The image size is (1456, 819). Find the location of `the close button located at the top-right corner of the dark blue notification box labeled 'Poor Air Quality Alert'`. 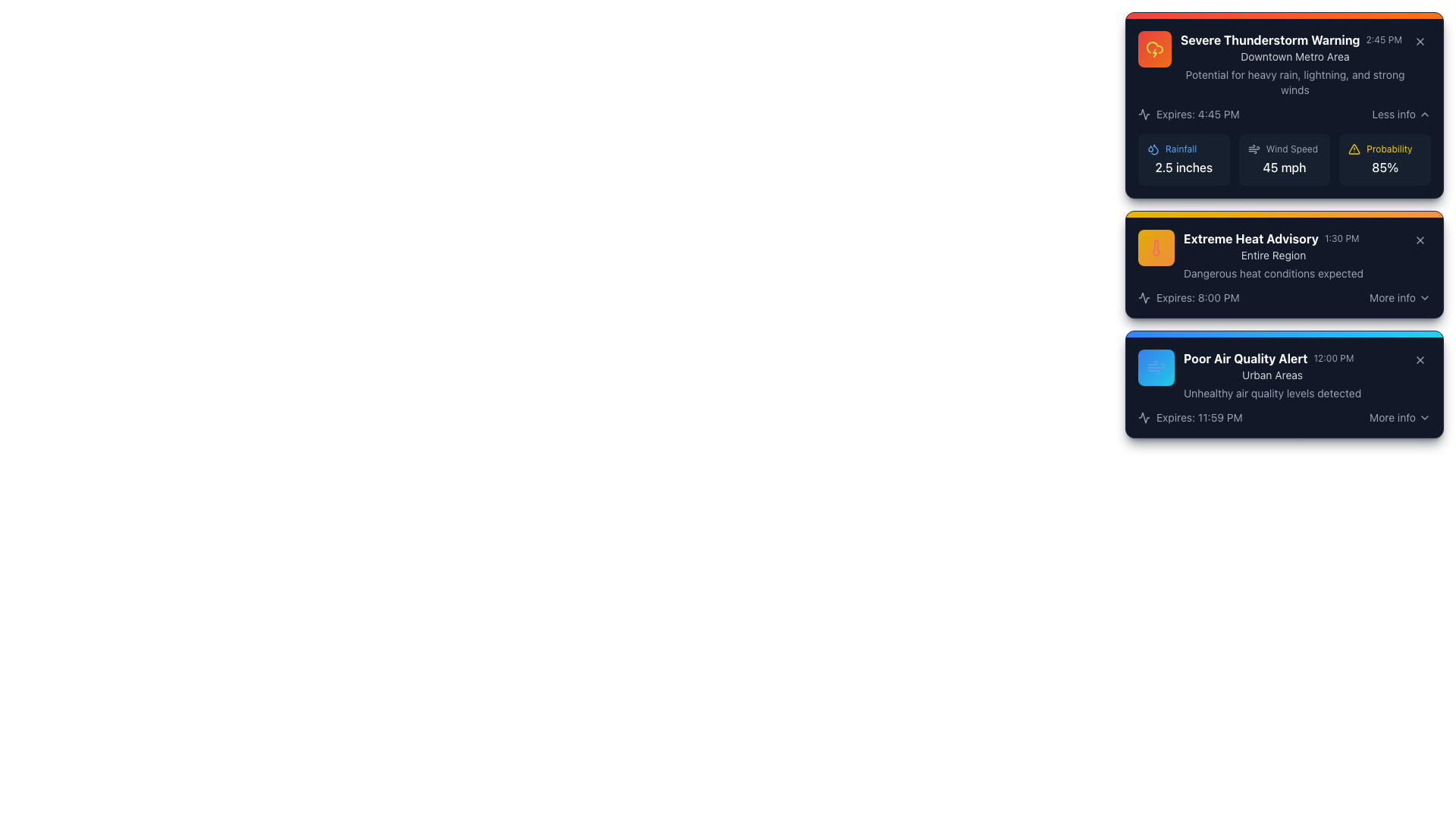

the close button located at the top-right corner of the dark blue notification box labeled 'Poor Air Quality Alert' is located at coordinates (1419, 359).